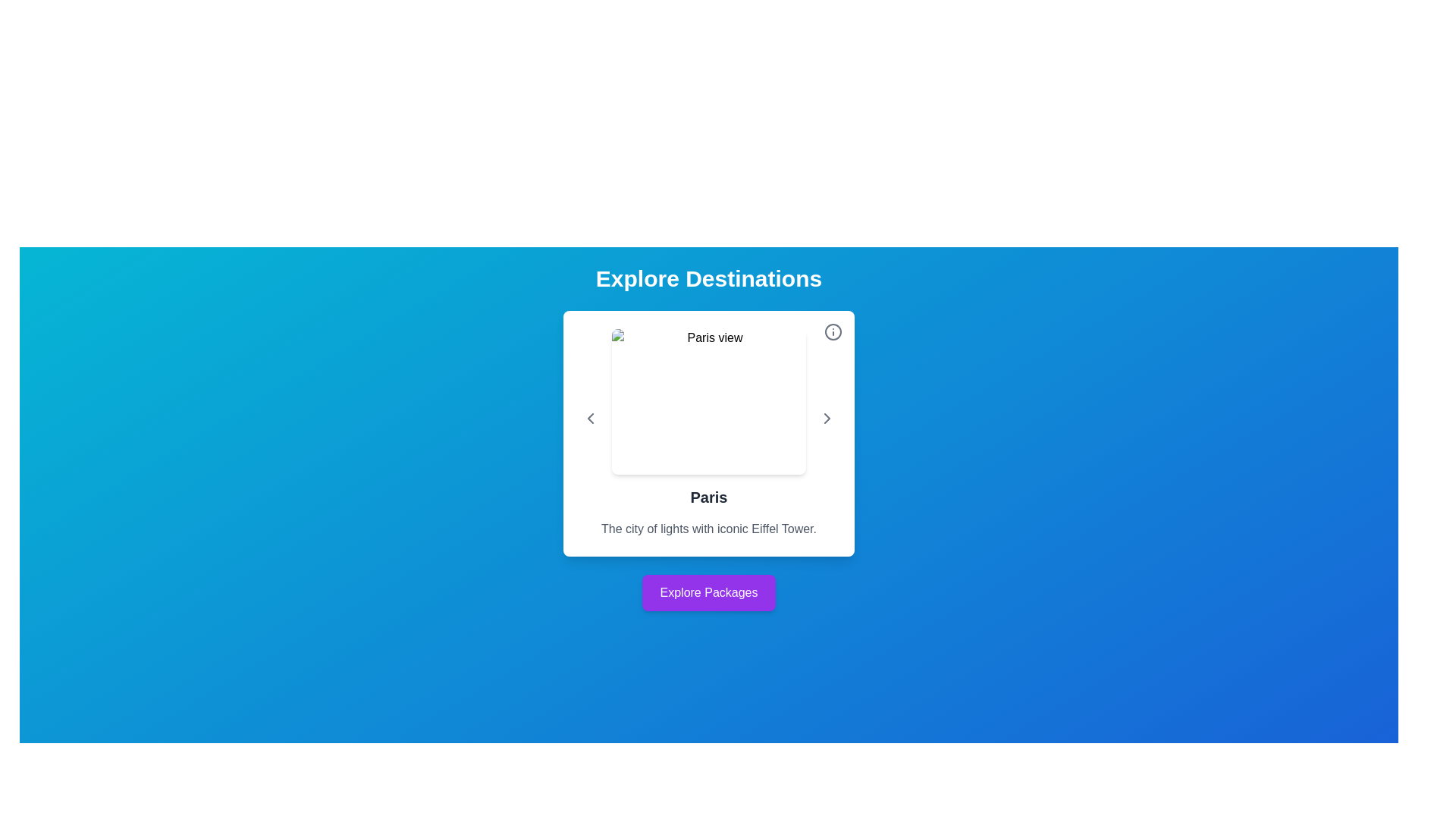 Image resolution: width=1456 pixels, height=819 pixels. I want to click on the small gray left arrow button located within the card element displaying information about 'Paris', so click(589, 418).